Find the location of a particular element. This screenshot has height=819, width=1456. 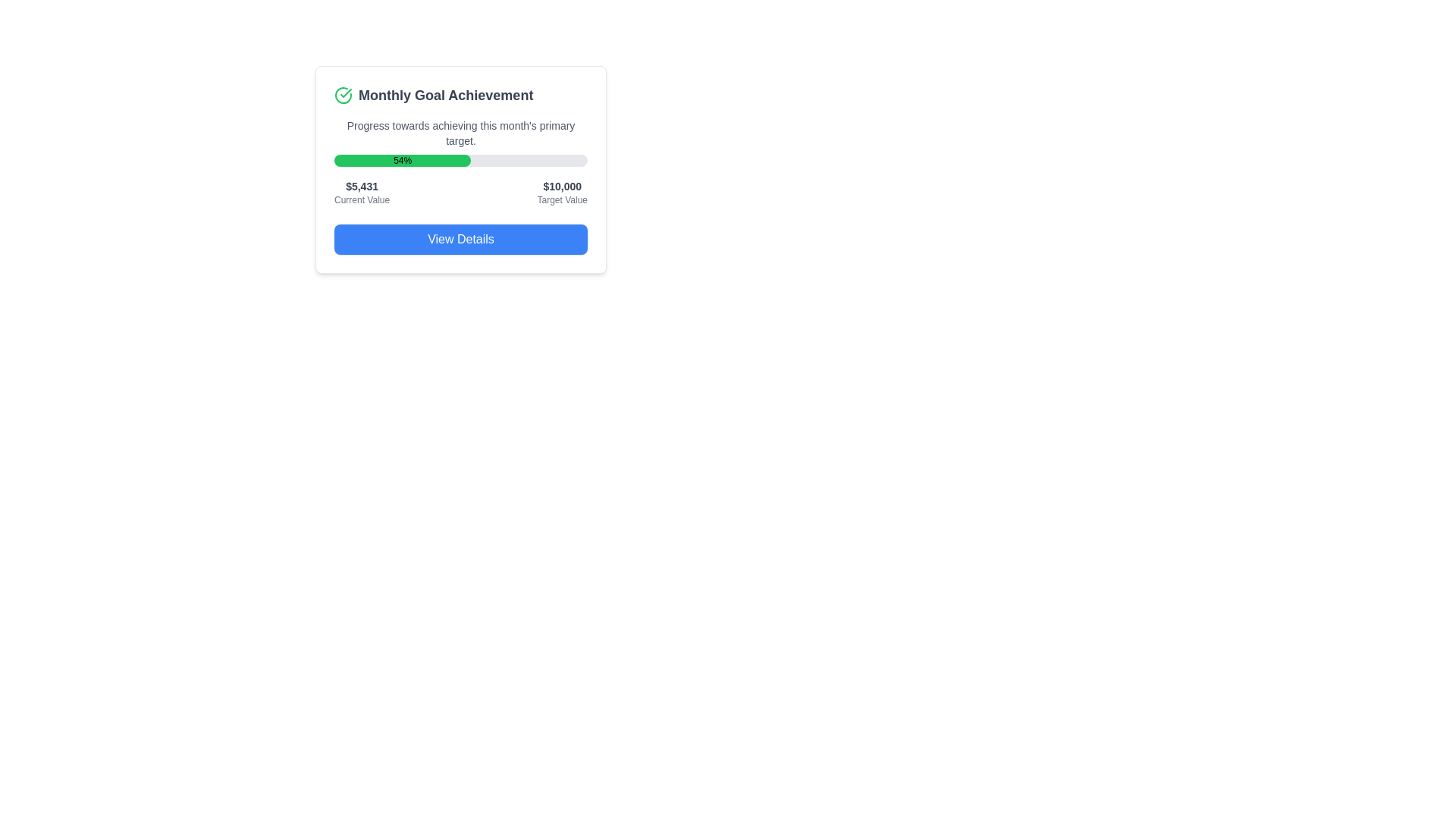

visual indicator icon for successful achievement located to the left of the 'Monthly Goal Achievement' text within the header area of a card or panel is located at coordinates (342, 96).